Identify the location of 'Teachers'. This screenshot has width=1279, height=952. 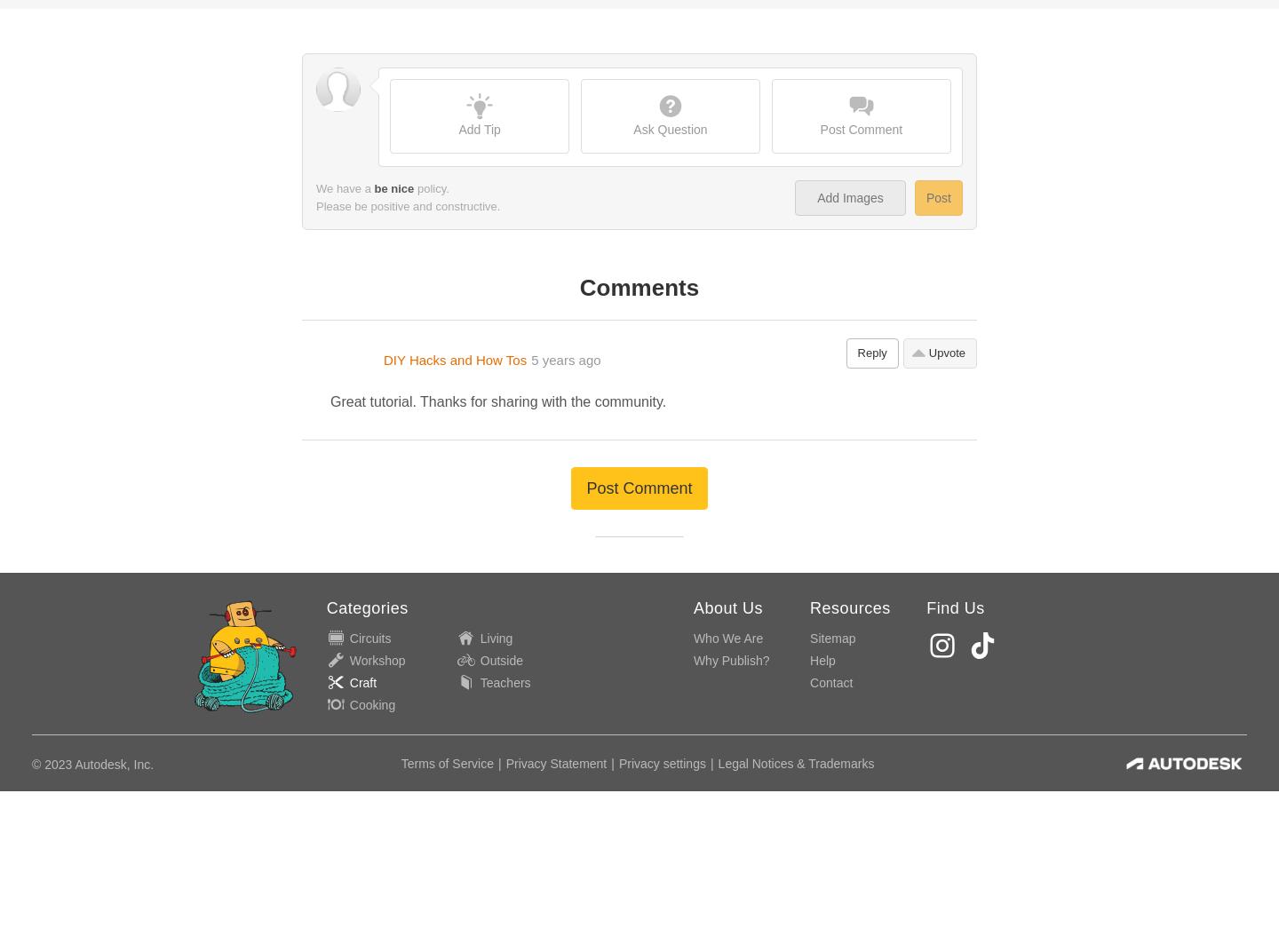
(479, 272).